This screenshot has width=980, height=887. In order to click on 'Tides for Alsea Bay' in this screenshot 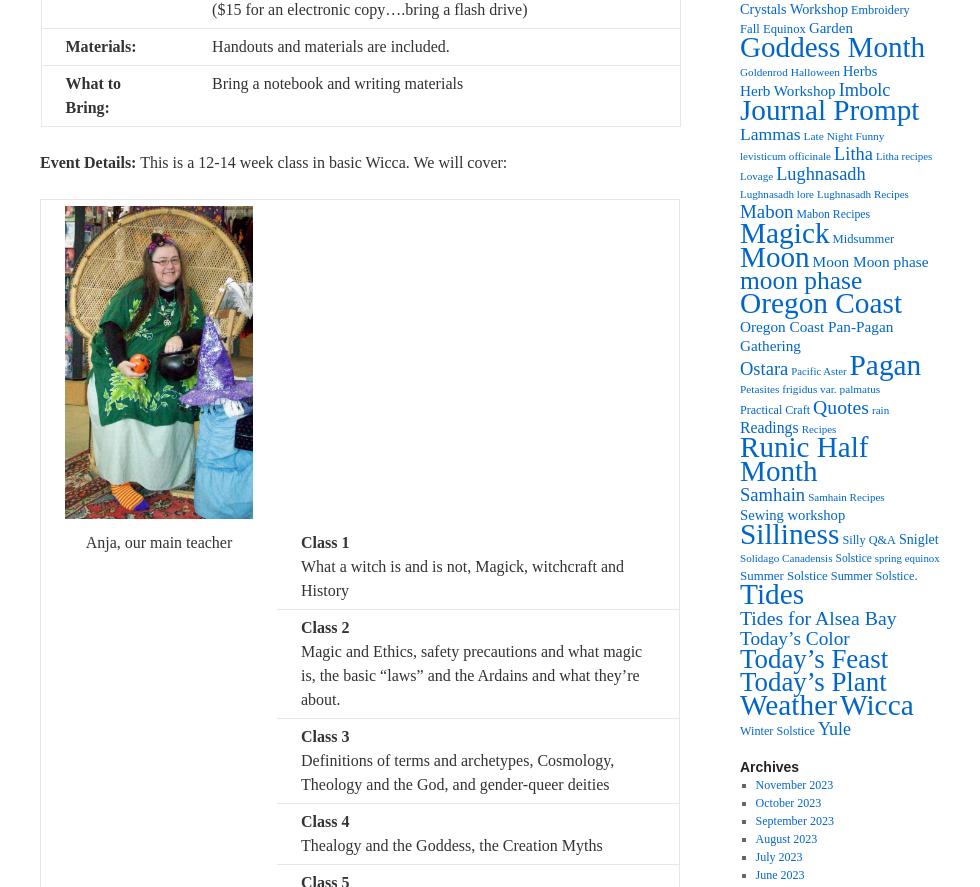, I will do `click(818, 617)`.